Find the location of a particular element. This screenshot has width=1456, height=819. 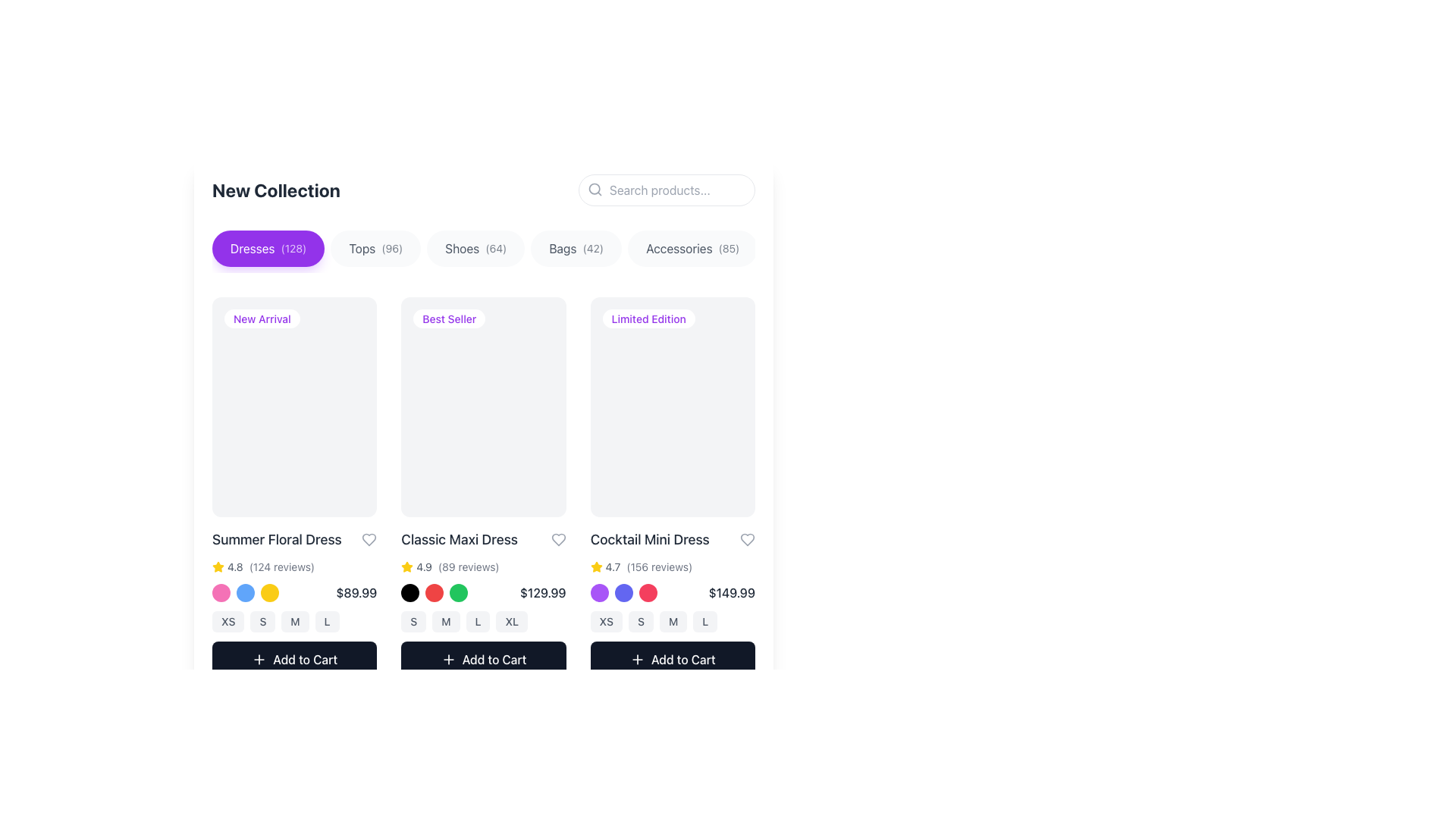

the pink color selector indicator, which is a circular element filled with pink color, located at the bottom left of the 'Summer Floral Dress' section is located at coordinates (221, 591).